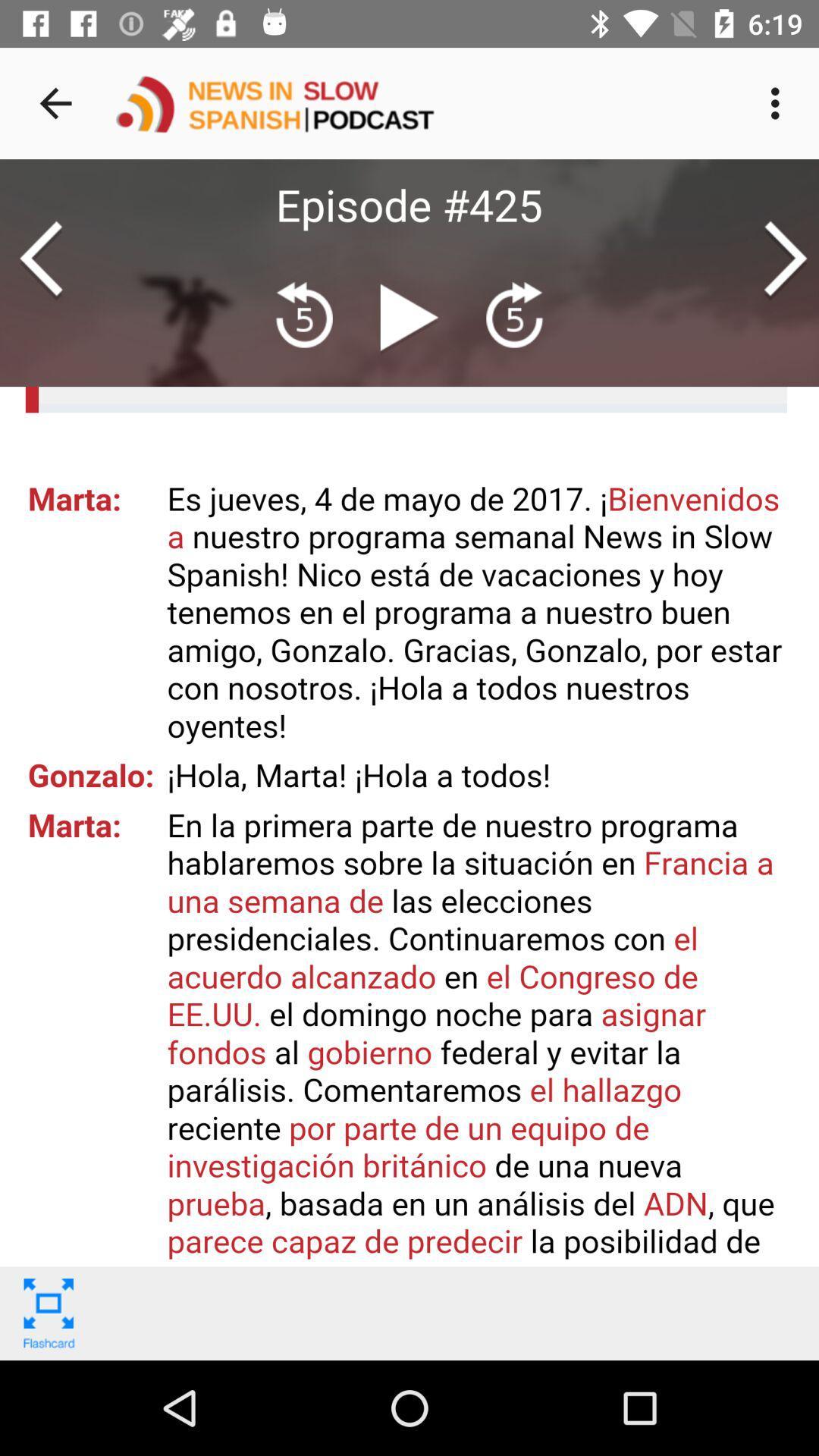 The width and height of the screenshot is (819, 1456). What do you see at coordinates (513, 315) in the screenshot?
I see `the av_forward icon` at bounding box center [513, 315].